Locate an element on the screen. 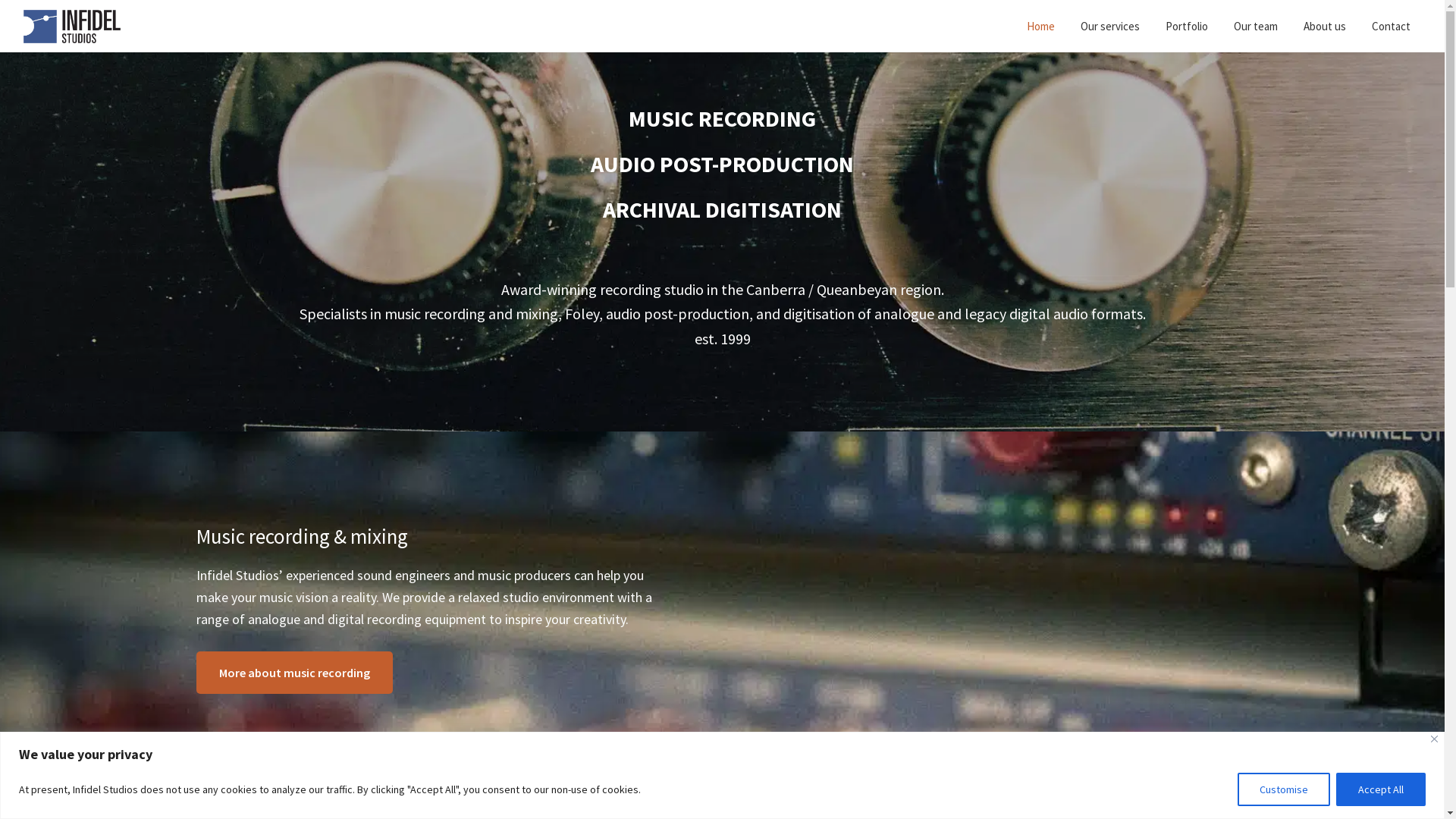  'About us' is located at coordinates (1324, 26).